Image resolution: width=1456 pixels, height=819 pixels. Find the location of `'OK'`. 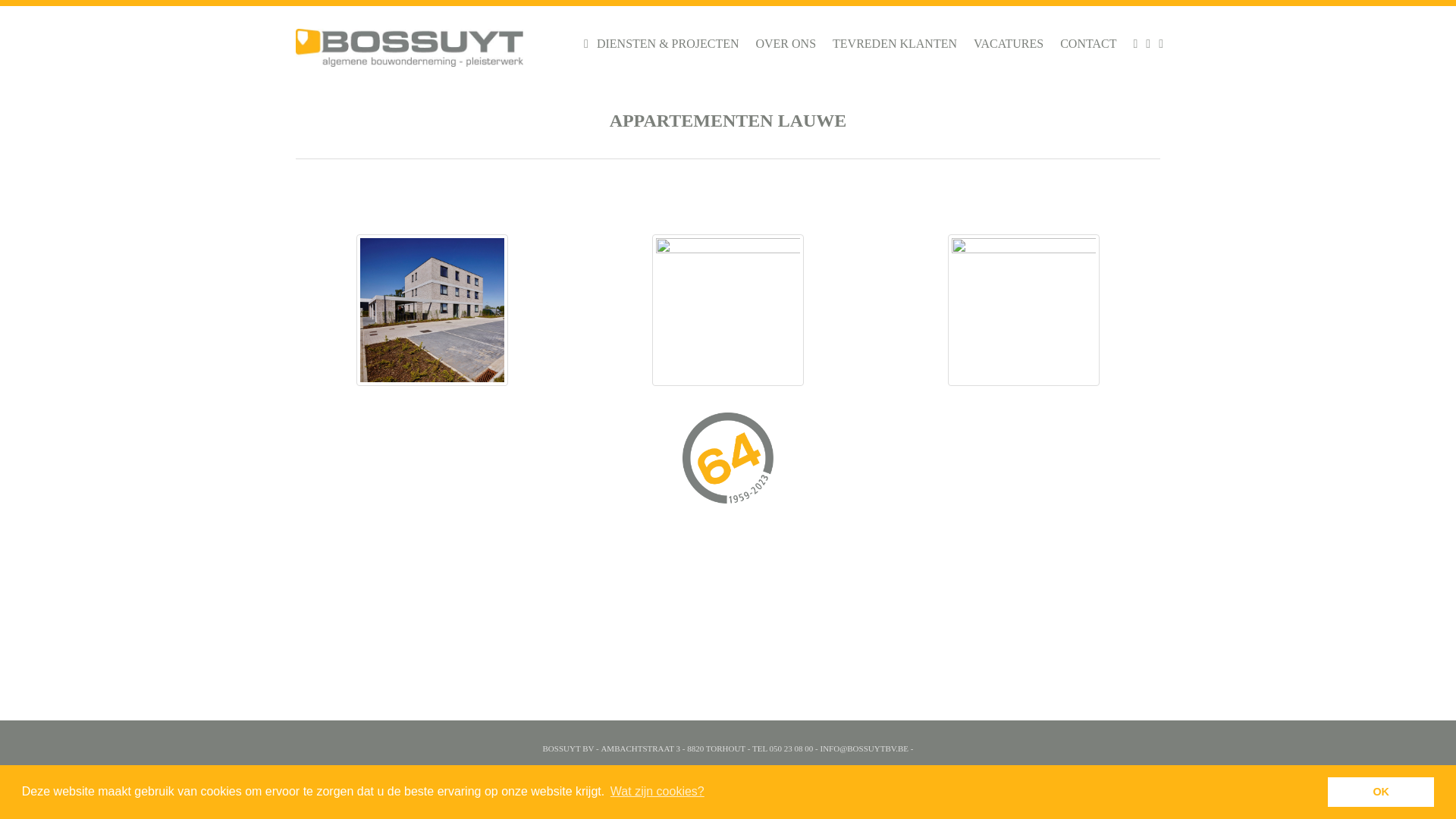

'OK' is located at coordinates (1380, 791).